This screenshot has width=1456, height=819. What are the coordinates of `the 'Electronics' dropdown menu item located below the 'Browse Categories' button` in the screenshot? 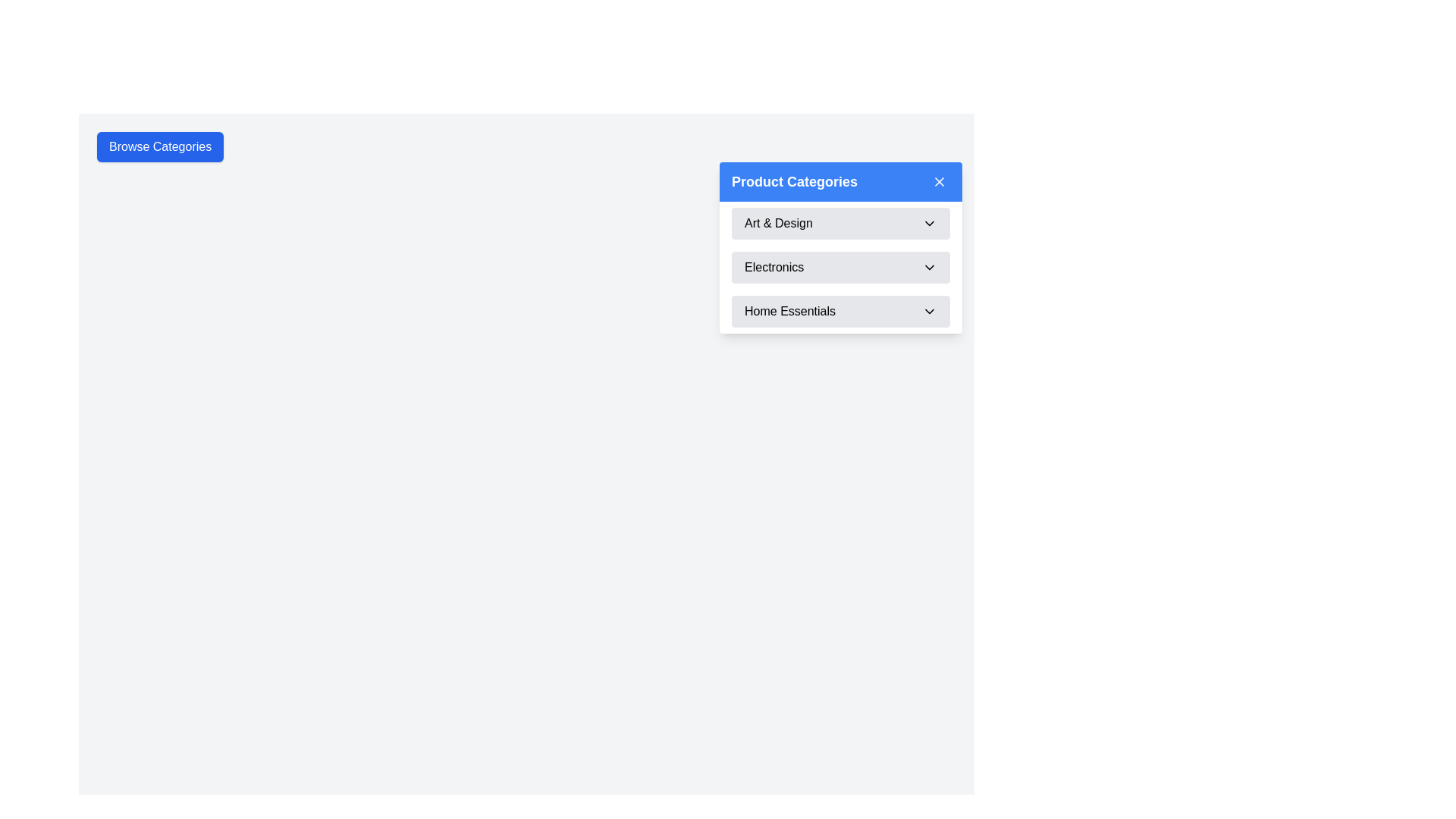 It's located at (839, 247).